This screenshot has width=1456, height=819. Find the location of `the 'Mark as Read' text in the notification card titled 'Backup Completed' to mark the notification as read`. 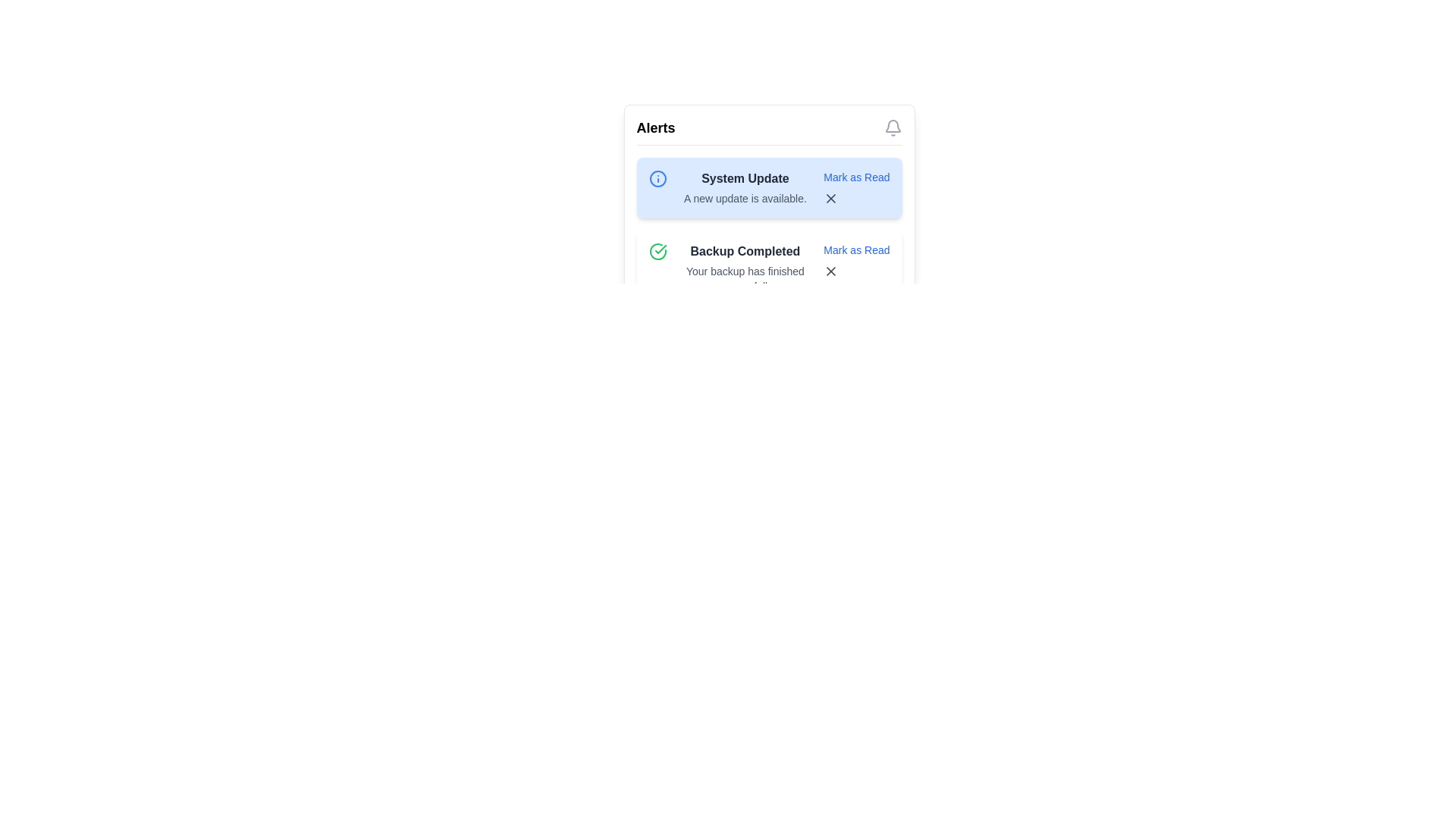

the 'Mark as Read' text in the notification card titled 'Backup Completed' to mark the notification as read is located at coordinates (769, 268).